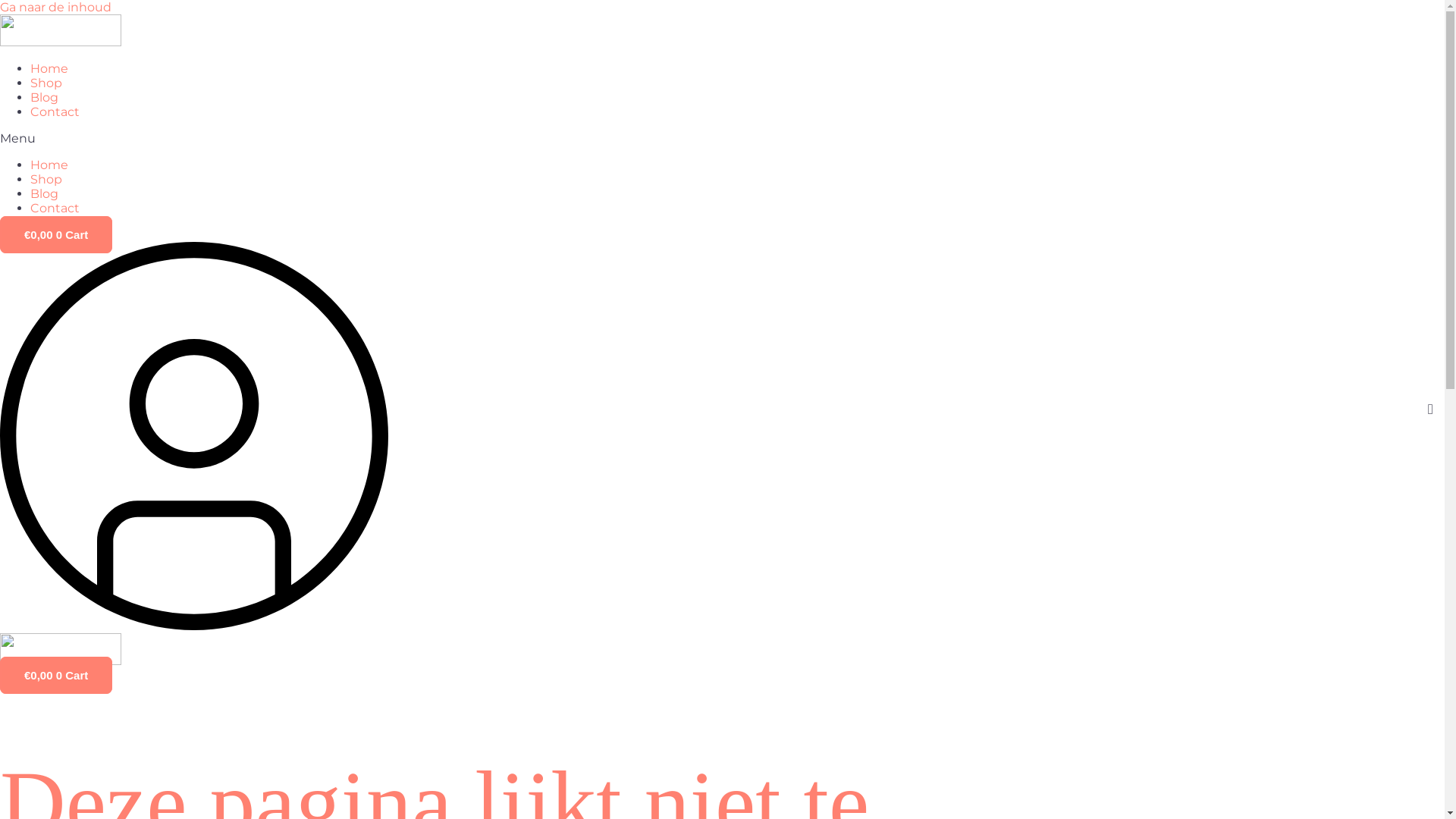 Image resolution: width=1456 pixels, height=819 pixels. Describe the element at coordinates (44, 193) in the screenshot. I see `'Blog'` at that location.